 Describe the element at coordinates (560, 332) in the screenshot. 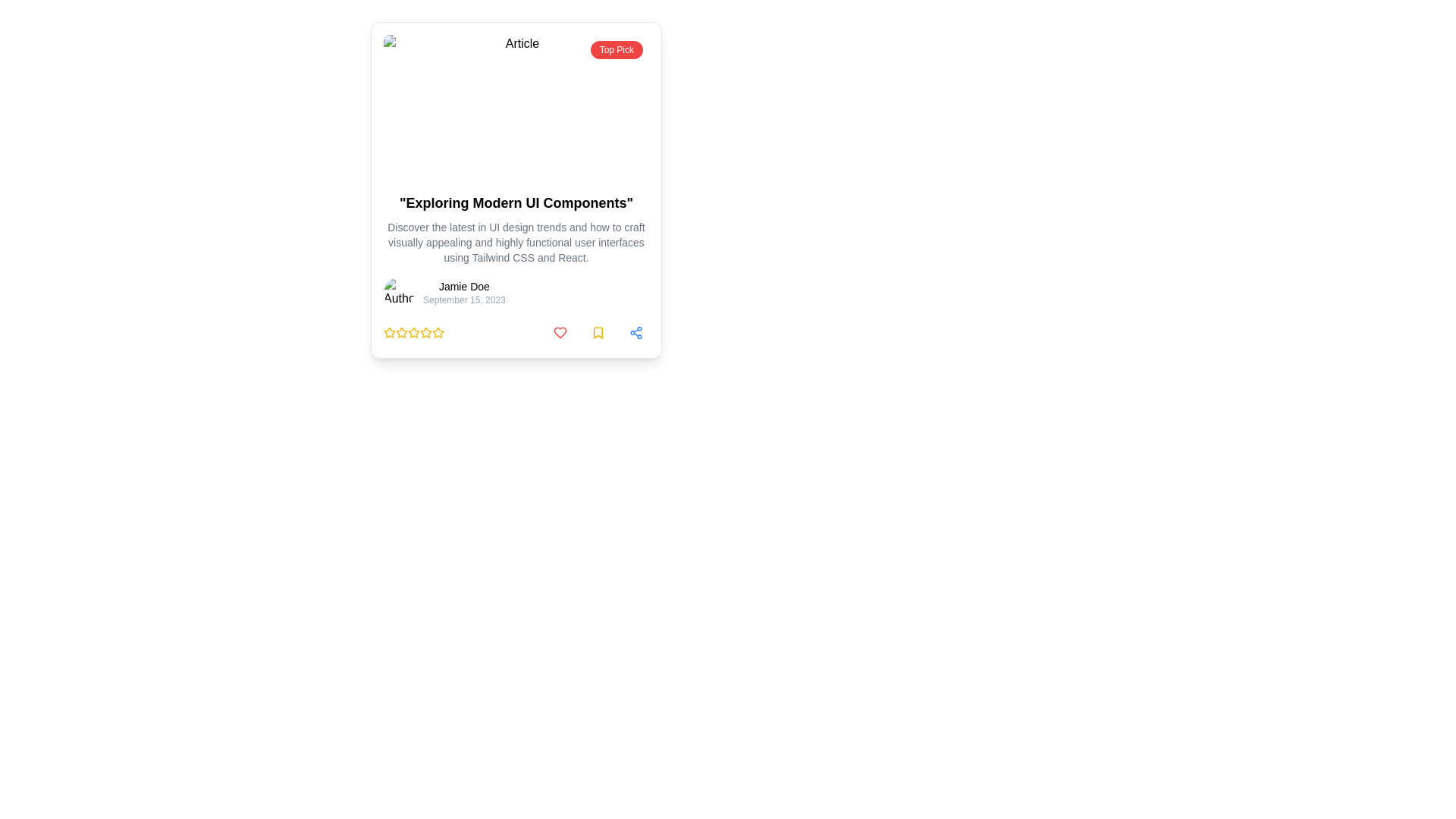

I see `the red heart icon, which is a stylized heart shape located at the bottom right of the card-like component for favoriting content` at that location.